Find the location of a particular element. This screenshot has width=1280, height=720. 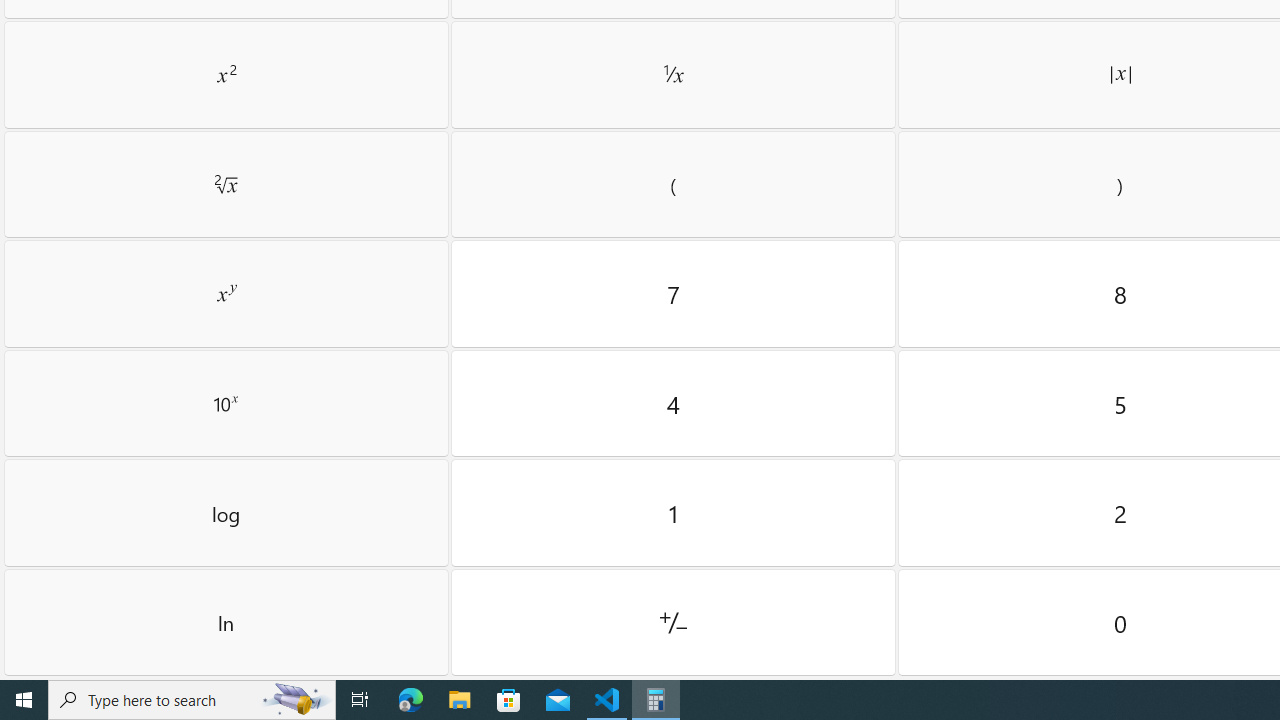

'Calculator - 1 running window' is located at coordinates (656, 698).